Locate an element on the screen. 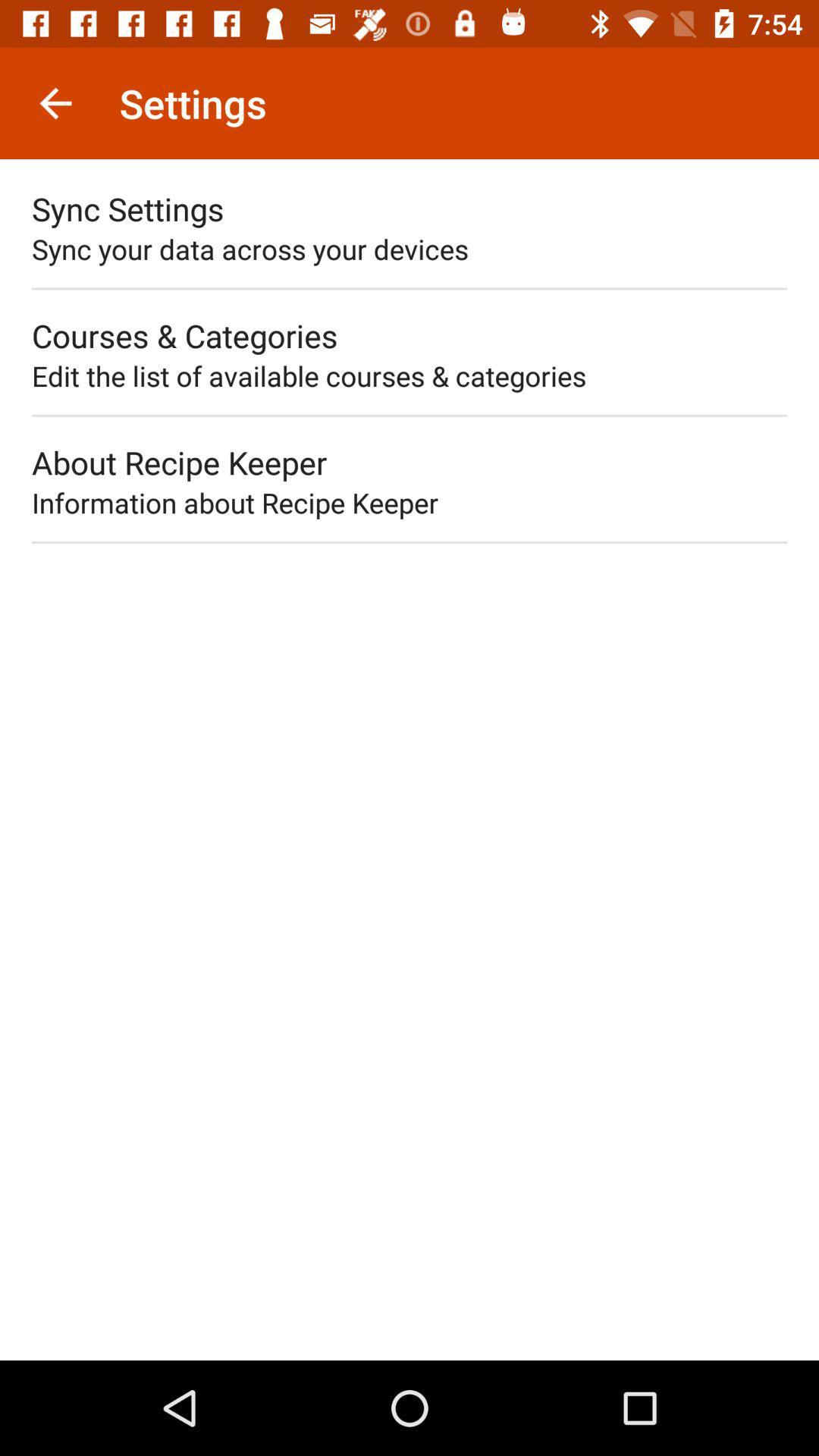 The image size is (819, 1456). icon next to settings item is located at coordinates (55, 102).